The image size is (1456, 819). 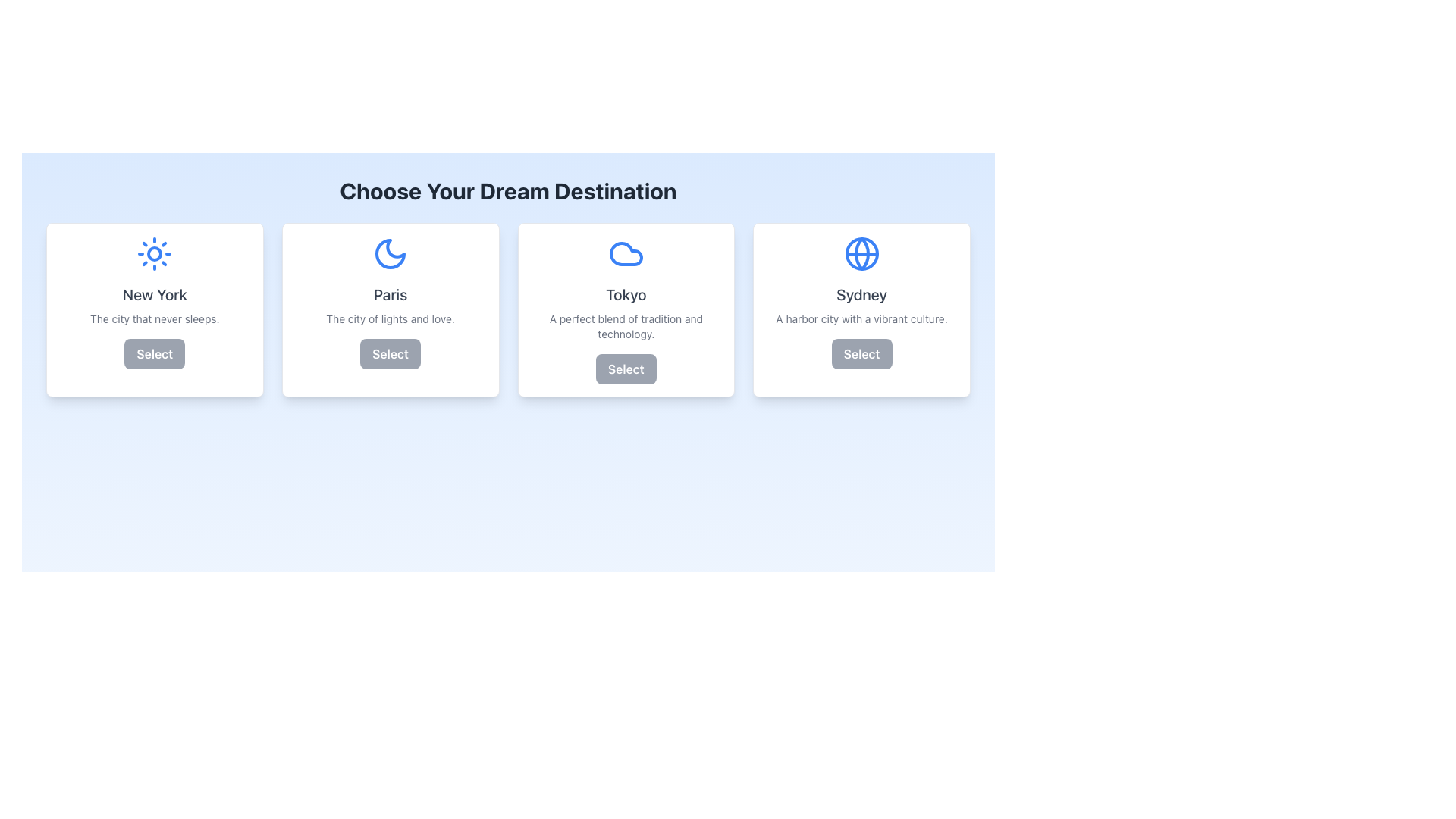 I want to click on the decorative Tokyo icon, which is located at the center of the 'Tokyo' card, the third card in a horizontal arrangement of four cards, so click(x=626, y=253).